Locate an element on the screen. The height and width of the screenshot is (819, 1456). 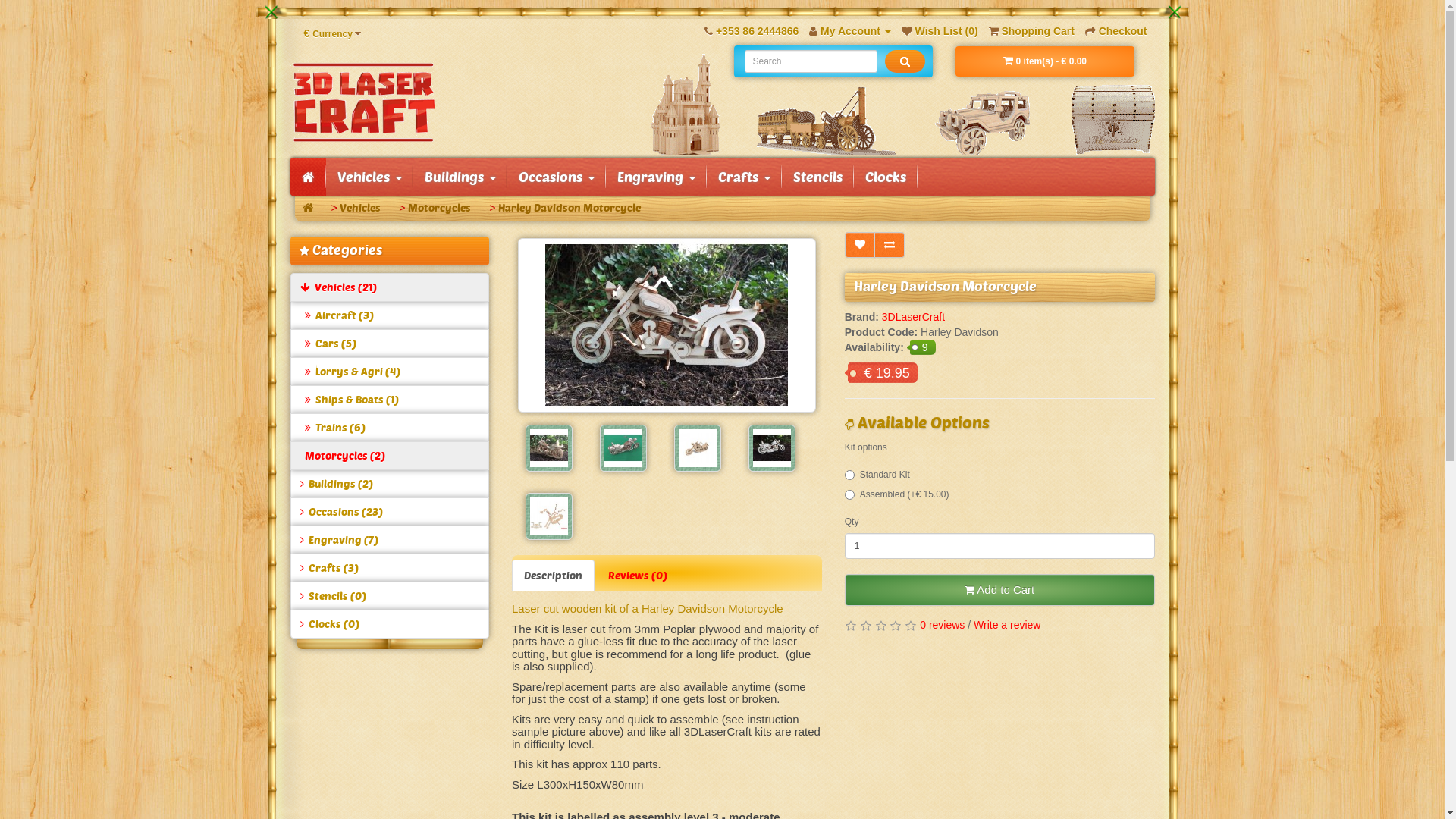
'Vehicles  ' is located at coordinates (369, 175).